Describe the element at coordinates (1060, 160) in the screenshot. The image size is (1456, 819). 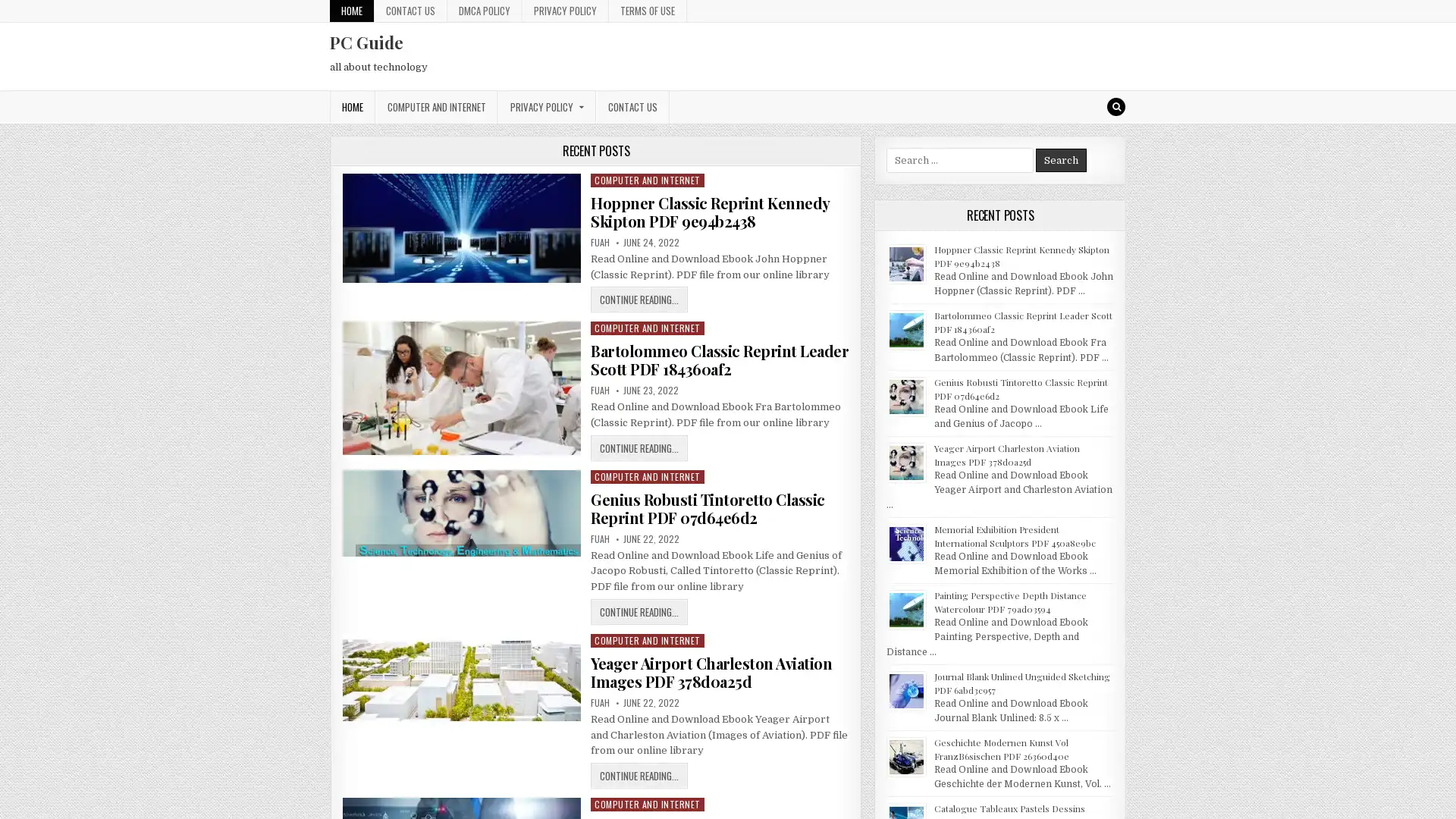
I see `Search` at that location.